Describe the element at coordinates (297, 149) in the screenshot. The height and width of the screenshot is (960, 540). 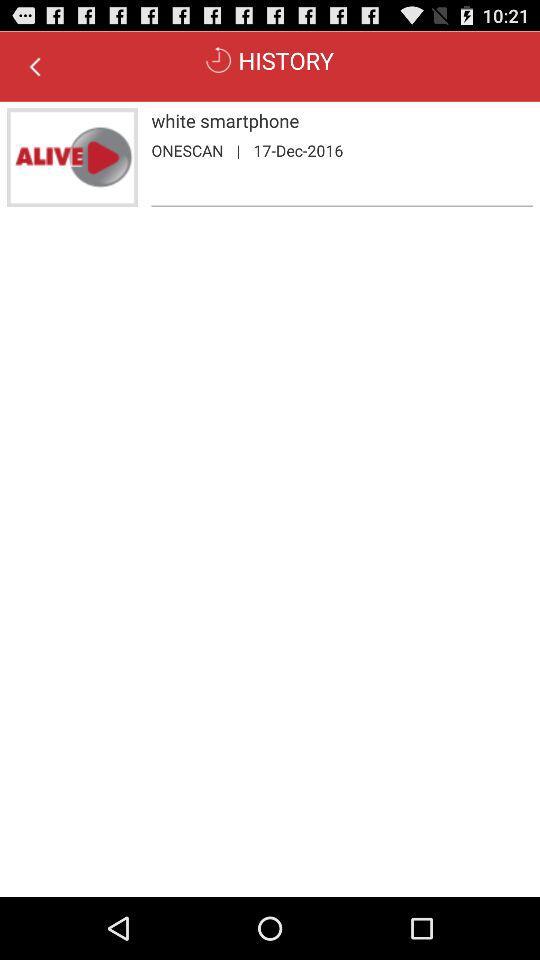
I see `the 17-dec-2016 app` at that location.